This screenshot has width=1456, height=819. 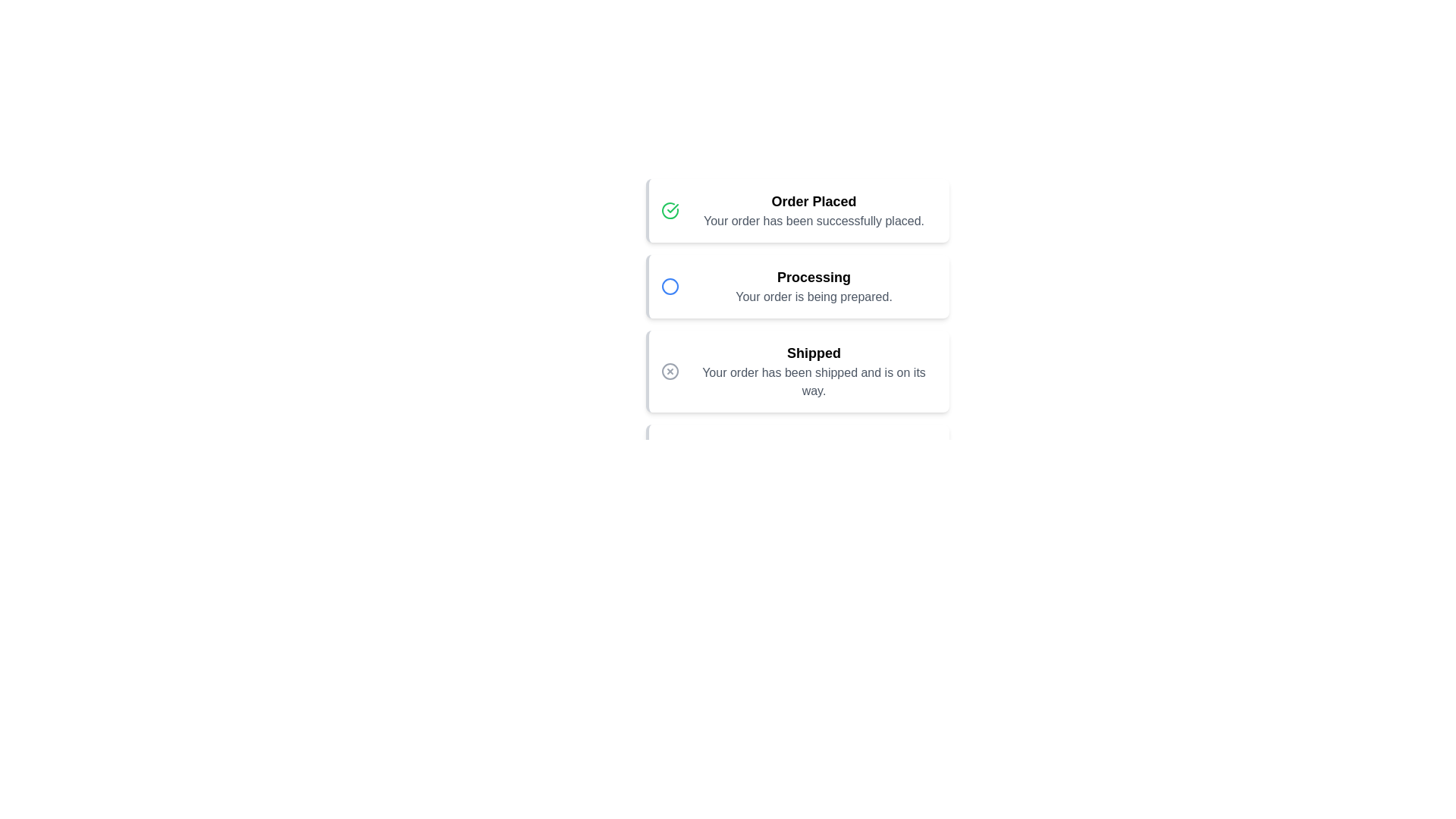 I want to click on the status icon of the step with title Order Placed, so click(x=669, y=210).